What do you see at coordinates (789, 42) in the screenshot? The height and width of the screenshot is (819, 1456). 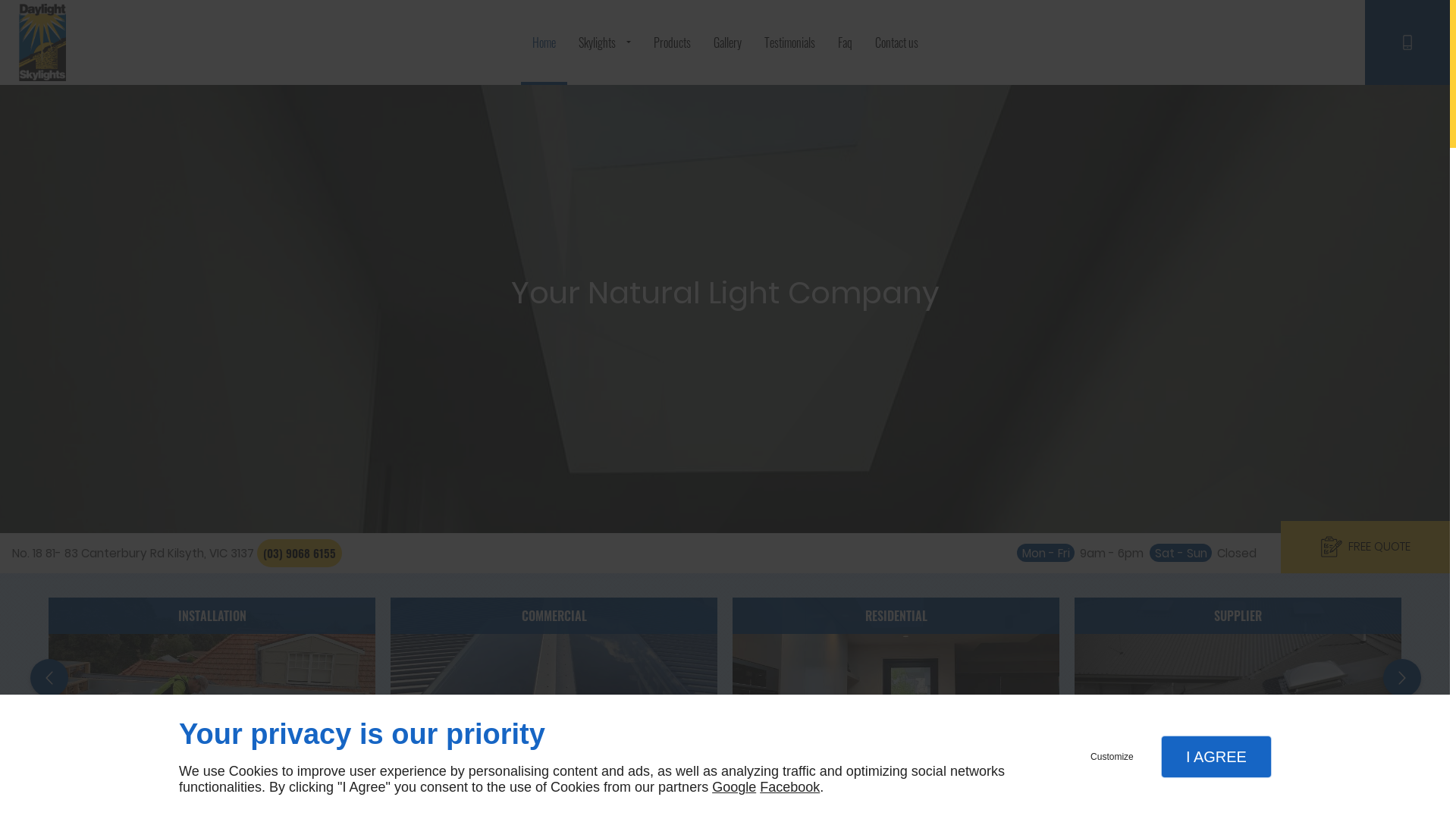 I see `'Testimonials'` at bounding box center [789, 42].